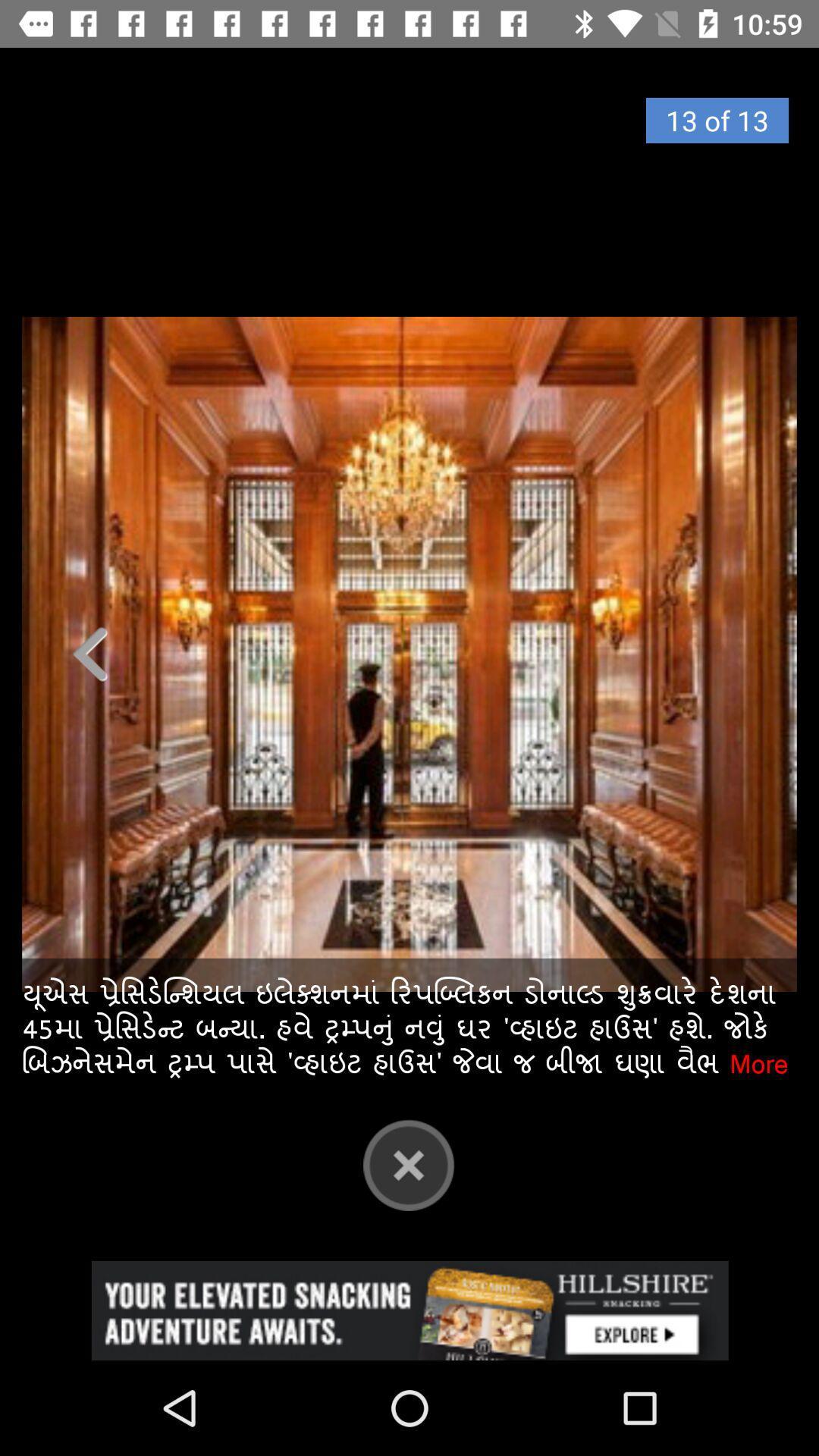 Image resolution: width=819 pixels, height=1456 pixels. What do you see at coordinates (409, 1310) in the screenshot?
I see `open advertisement` at bounding box center [409, 1310].